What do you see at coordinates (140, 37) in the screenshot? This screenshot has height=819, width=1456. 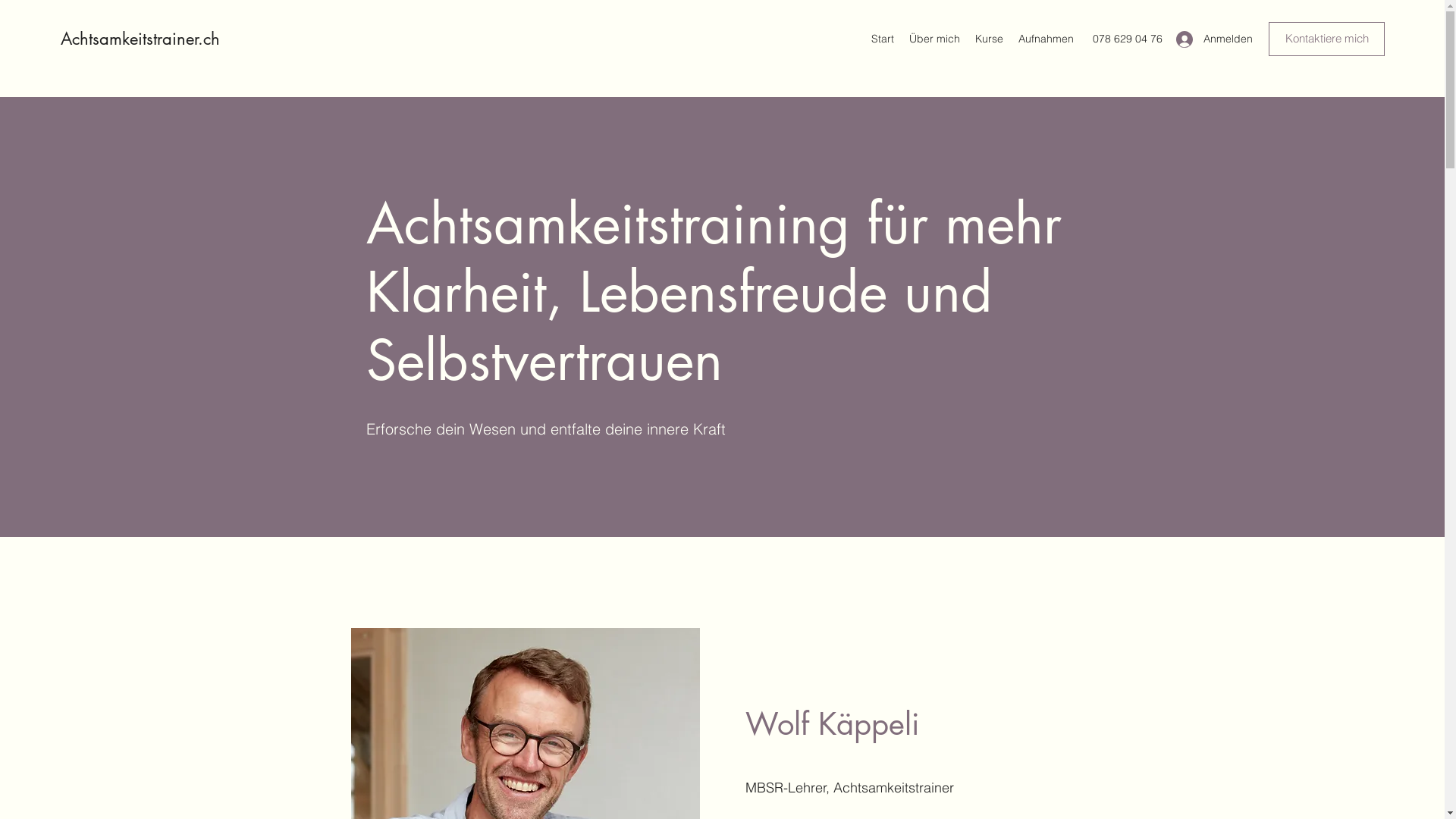 I see `'Achtsamkeitstrainer.ch'` at bounding box center [140, 37].